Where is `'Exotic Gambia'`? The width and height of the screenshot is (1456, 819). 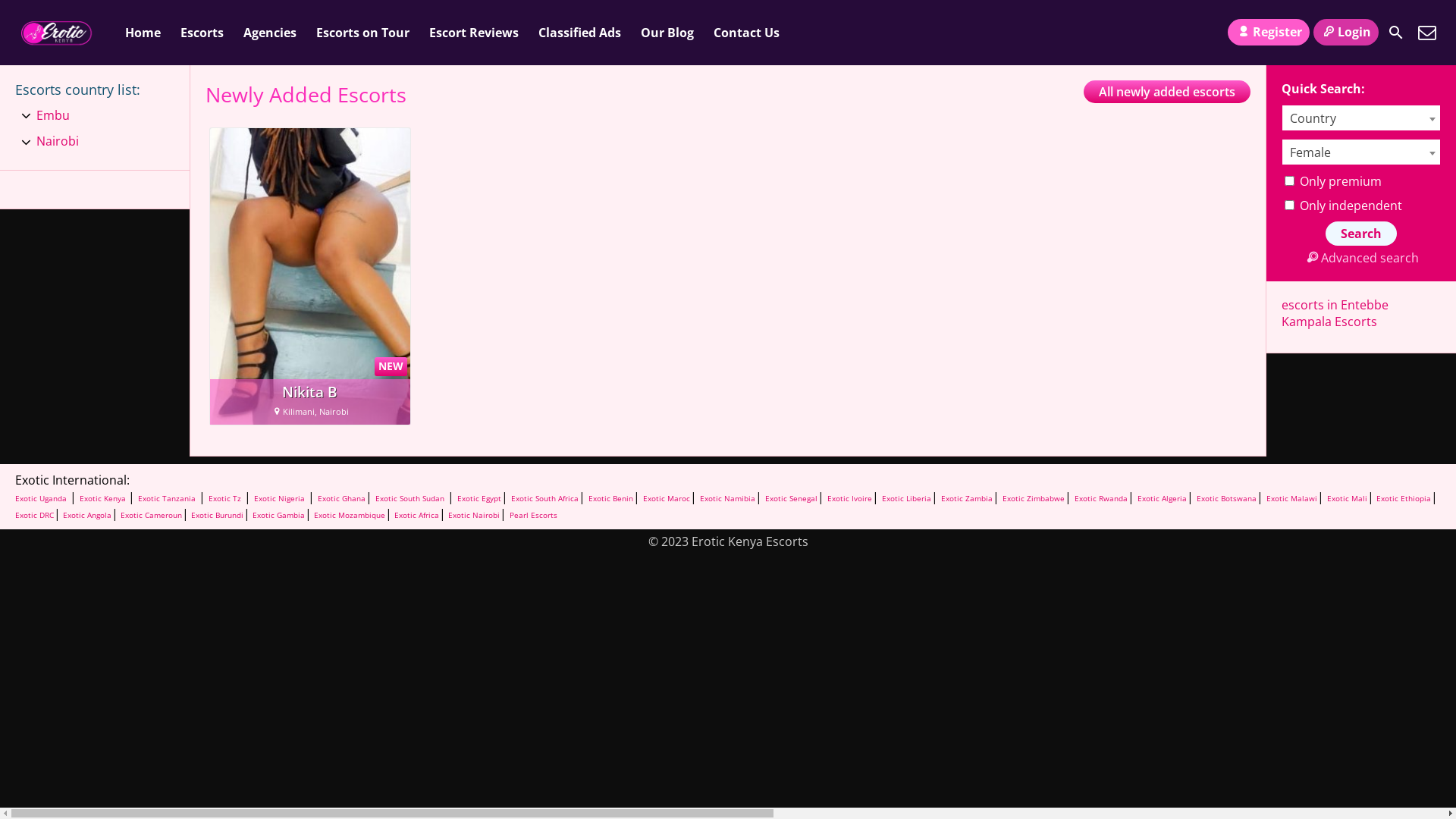
'Exotic Gambia' is located at coordinates (277, 513).